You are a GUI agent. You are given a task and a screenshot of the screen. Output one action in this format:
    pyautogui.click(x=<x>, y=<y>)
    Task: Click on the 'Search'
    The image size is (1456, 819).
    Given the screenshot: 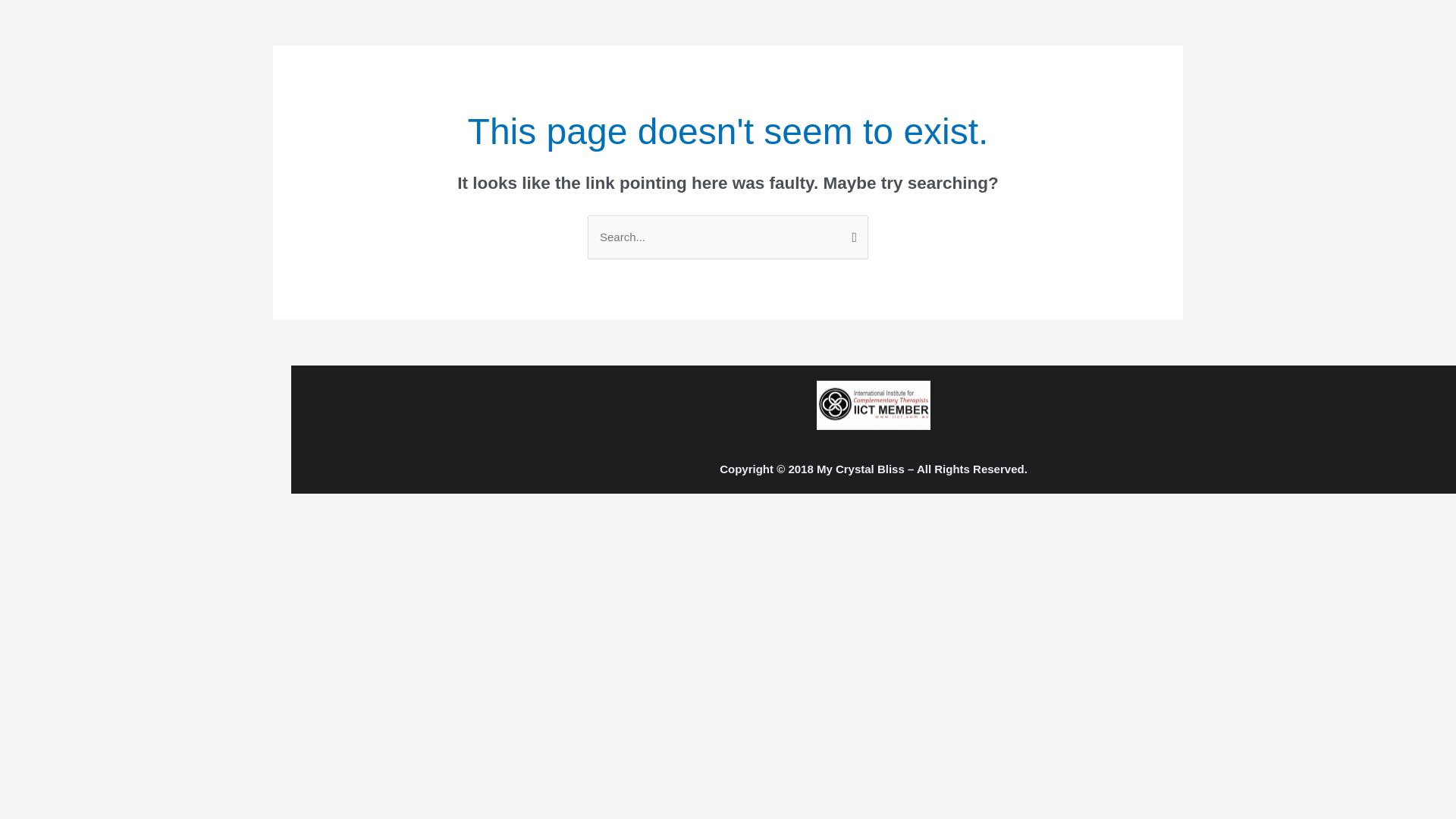 What is the action you would take?
    pyautogui.click(x=851, y=236)
    